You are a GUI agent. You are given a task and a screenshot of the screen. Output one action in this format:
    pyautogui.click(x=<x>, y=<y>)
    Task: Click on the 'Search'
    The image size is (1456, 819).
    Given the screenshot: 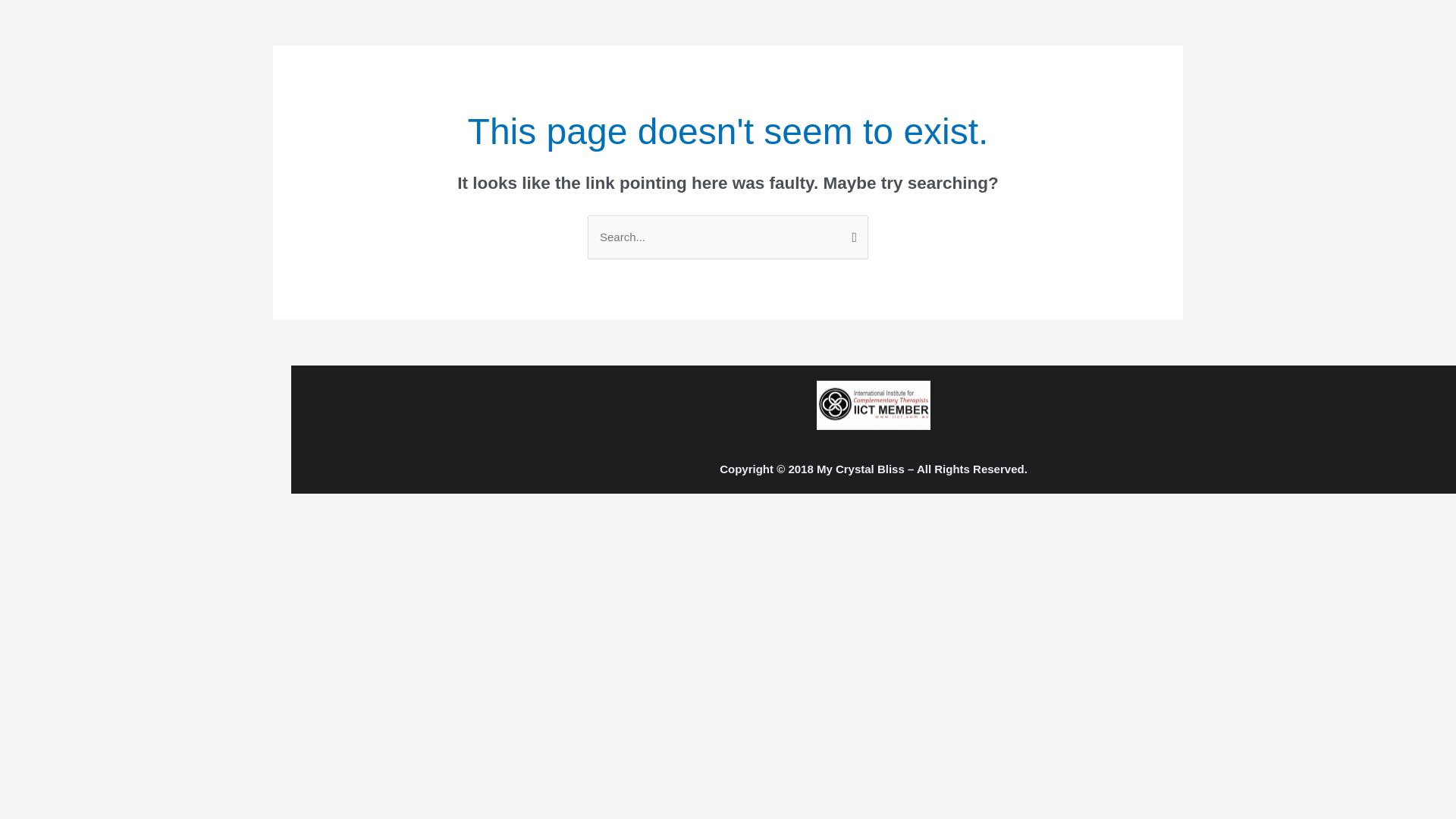 What is the action you would take?
    pyautogui.click(x=851, y=236)
    